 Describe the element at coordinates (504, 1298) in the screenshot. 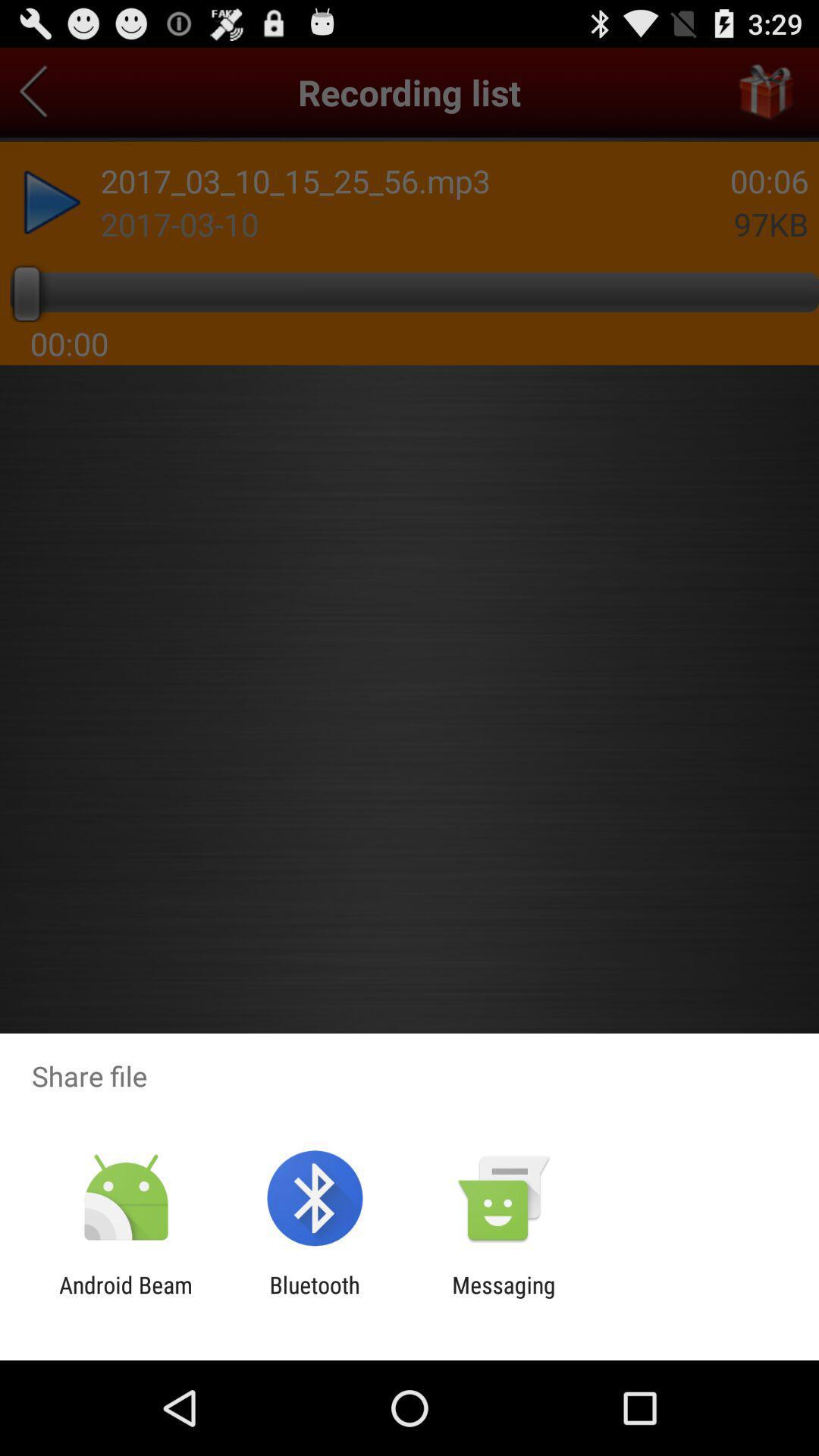

I see `the item next to bluetooth` at that location.